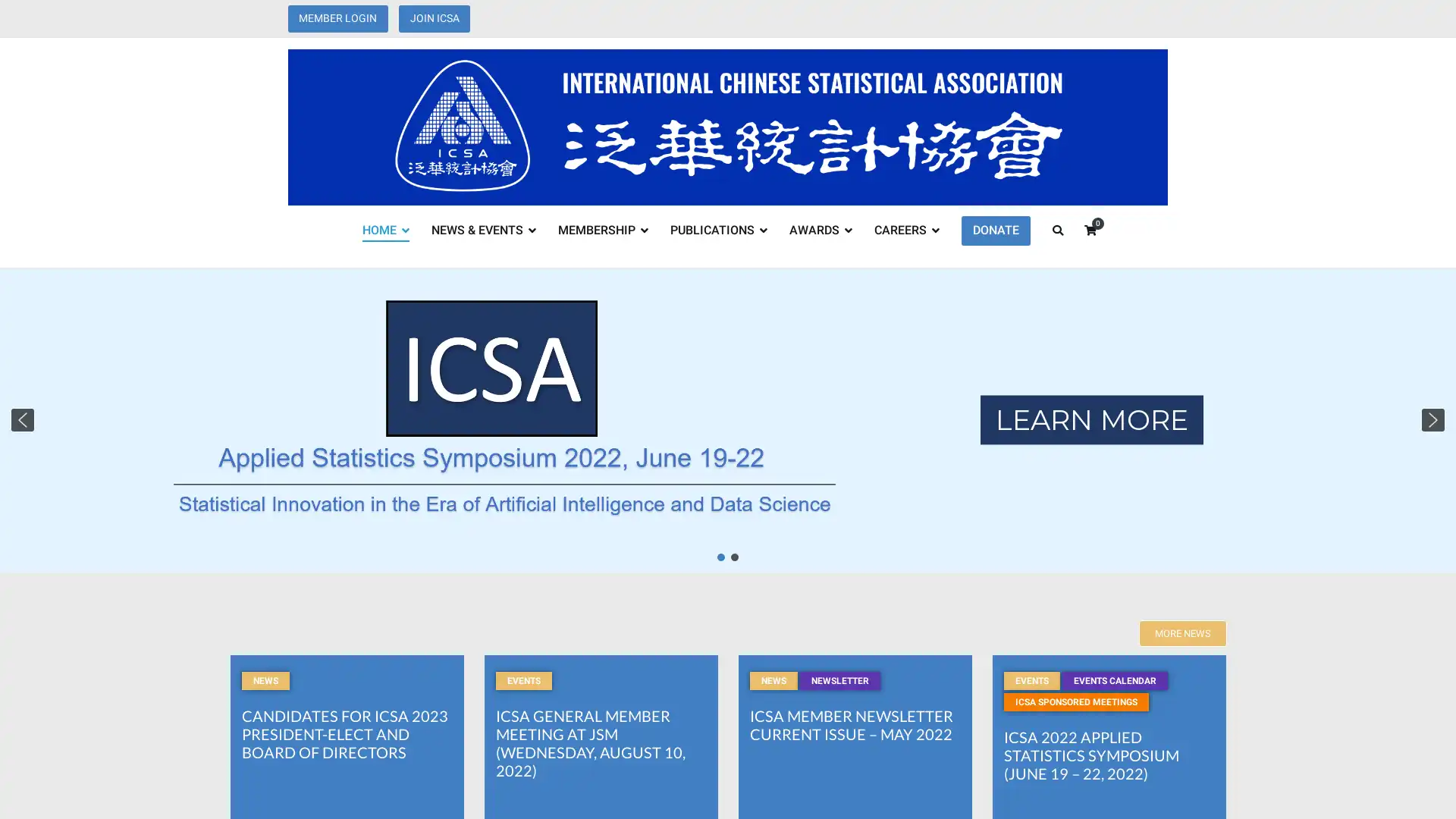 This screenshot has width=1456, height=819. Describe the element at coordinates (433, 18) in the screenshot. I see `JOIN ICSA` at that location.